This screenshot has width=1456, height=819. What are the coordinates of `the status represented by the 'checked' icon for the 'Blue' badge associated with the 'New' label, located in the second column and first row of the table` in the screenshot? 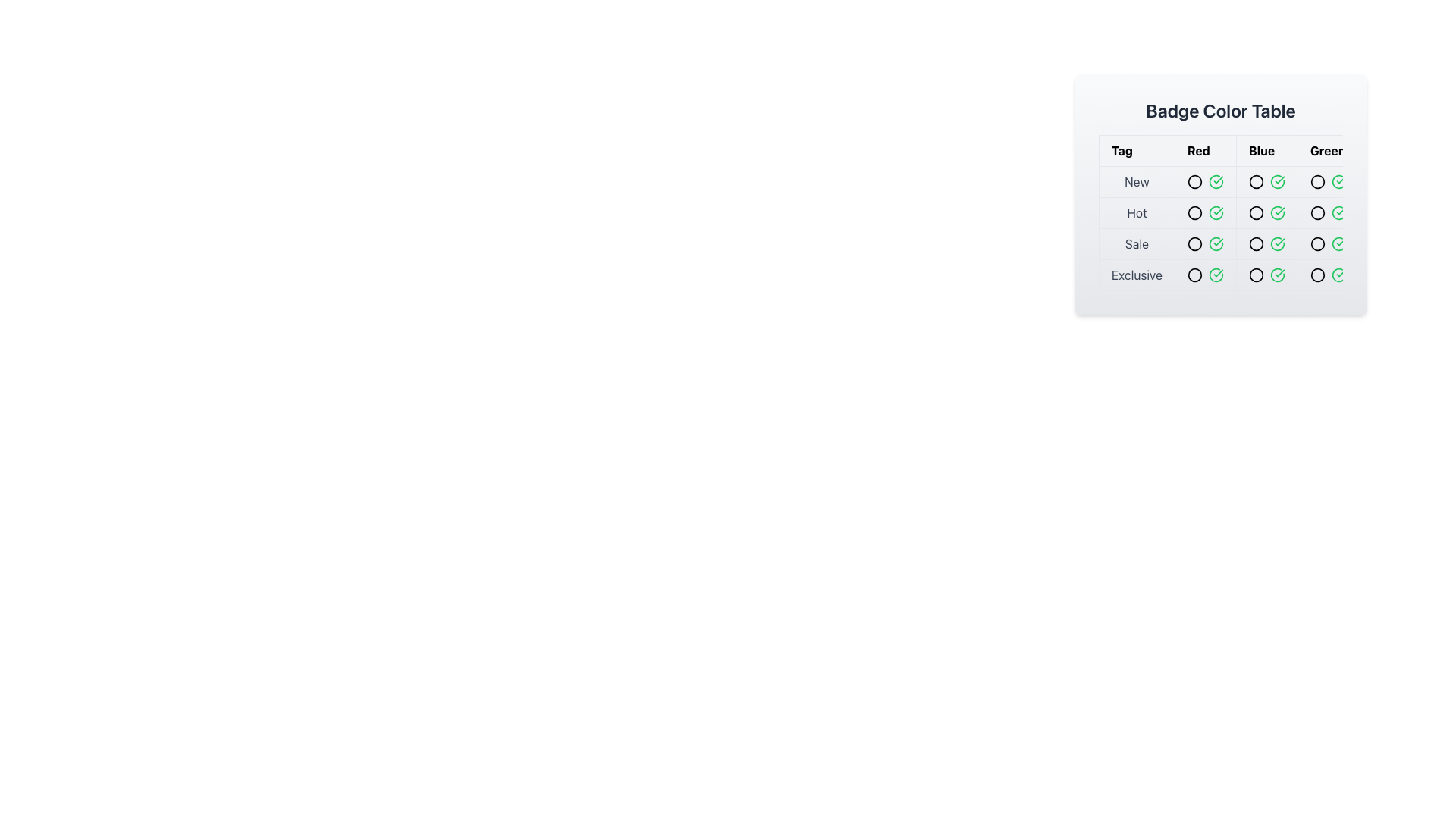 It's located at (1276, 180).